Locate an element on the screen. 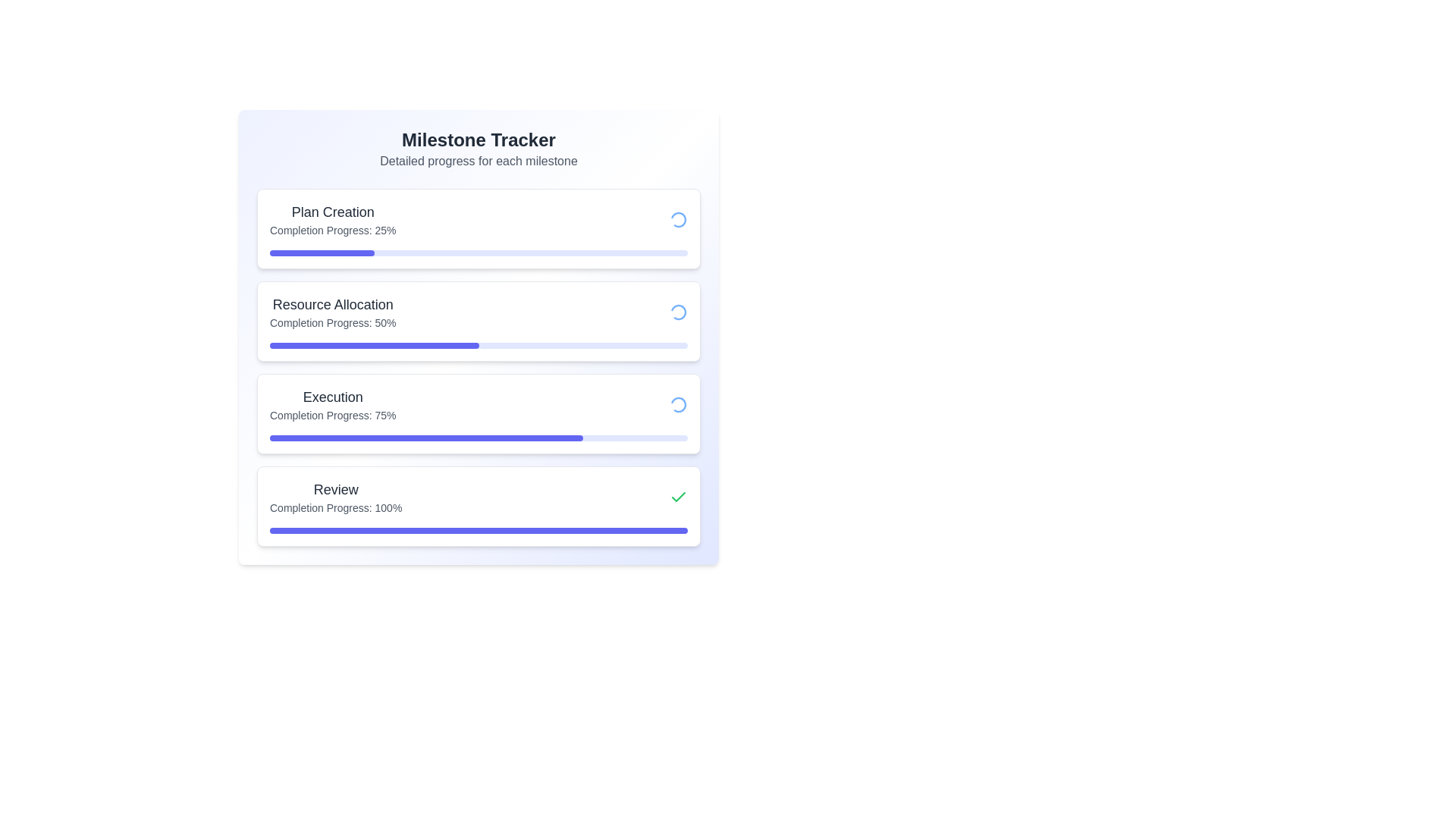  the third milestone in the Progress Tracker Layout is located at coordinates (478, 368).